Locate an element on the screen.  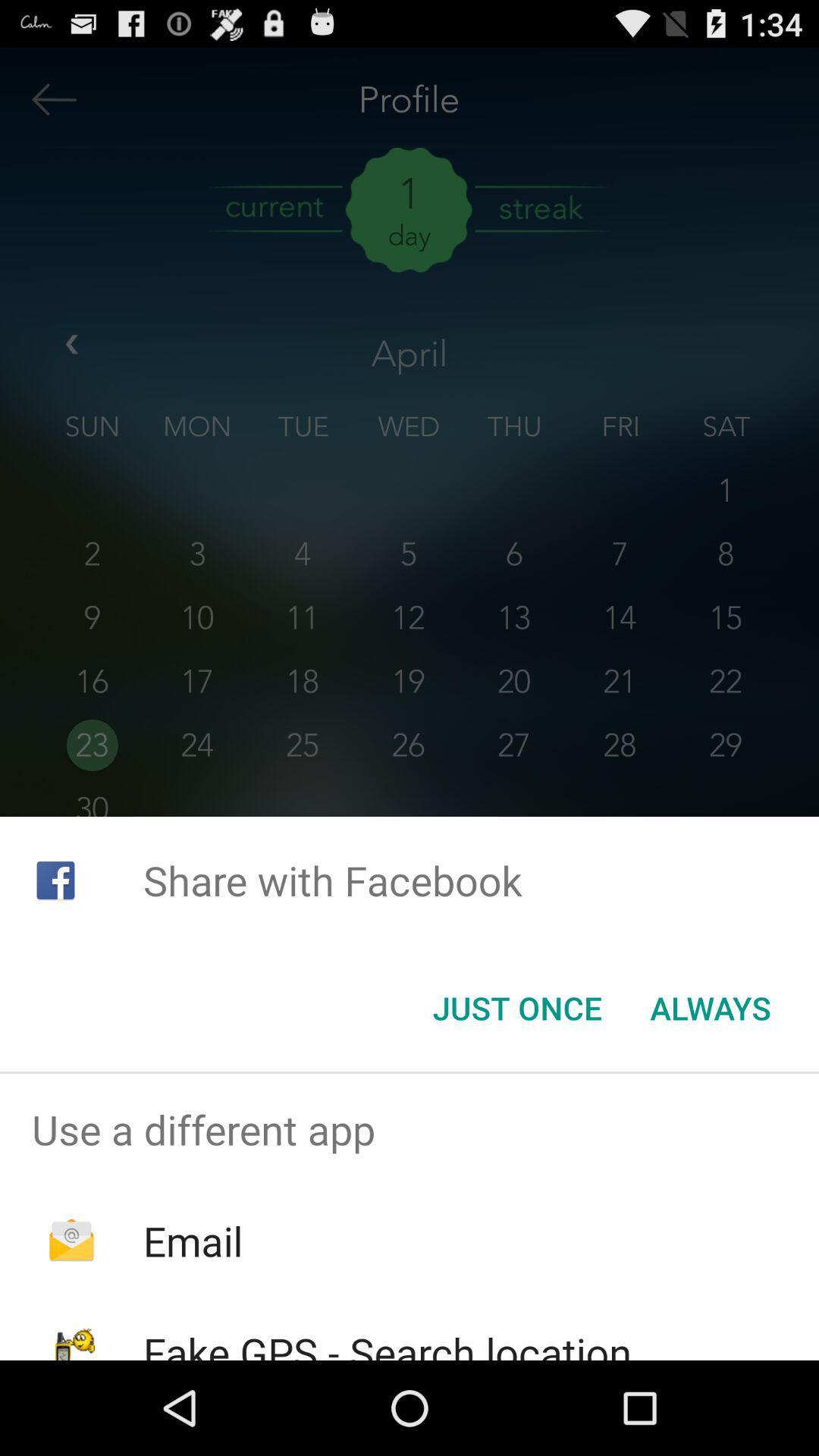
the email app is located at coordinates (192, 1241).